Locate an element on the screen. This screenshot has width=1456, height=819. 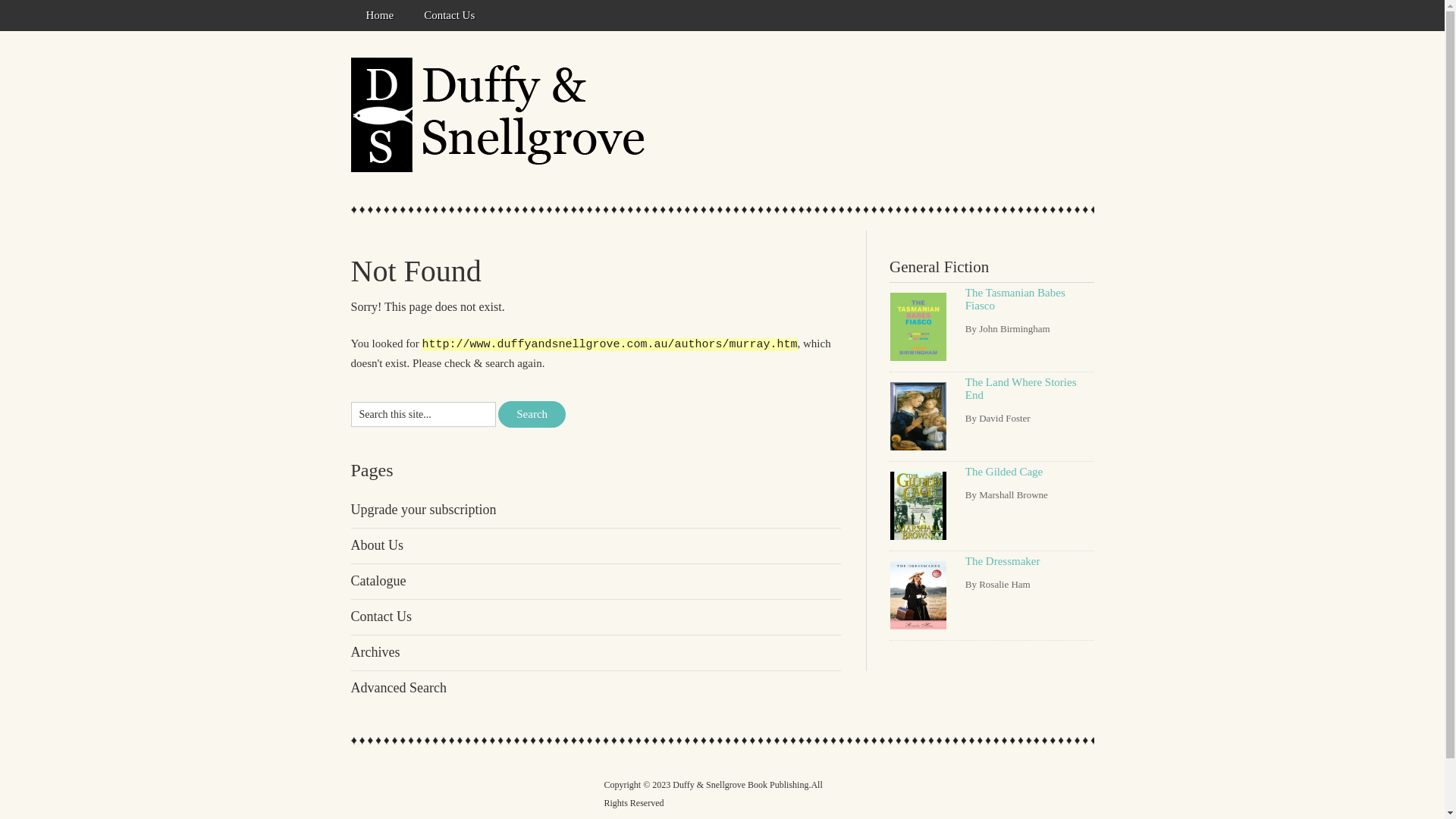
'Duffy & Snellgrove Book Publishing' is located at coordinates (502, 114).